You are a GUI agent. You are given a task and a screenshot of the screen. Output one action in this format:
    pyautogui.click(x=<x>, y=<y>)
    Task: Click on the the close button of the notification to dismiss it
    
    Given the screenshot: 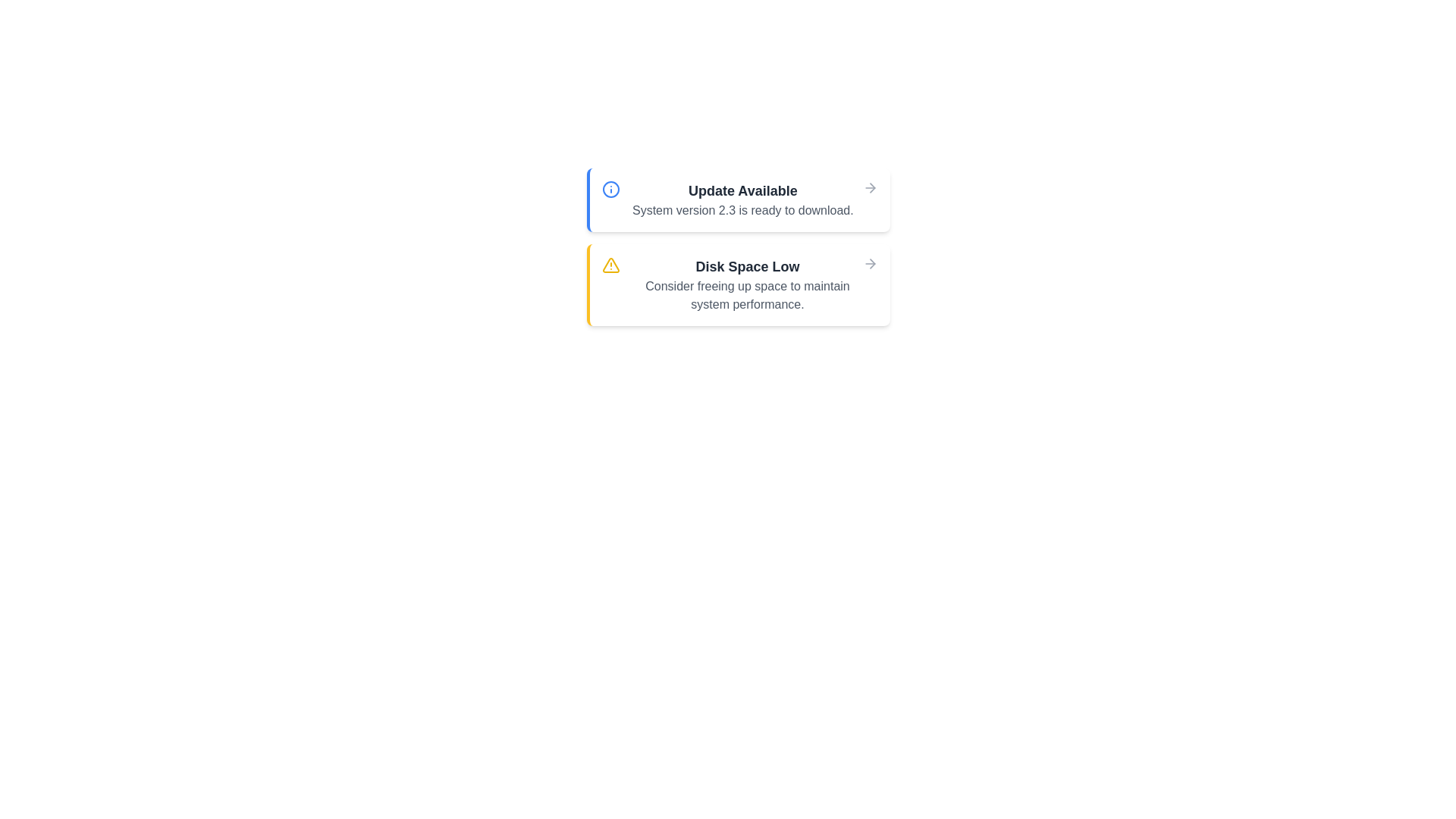 What is the action you would take?
    pyautogui.click(x=870, y=187)
    